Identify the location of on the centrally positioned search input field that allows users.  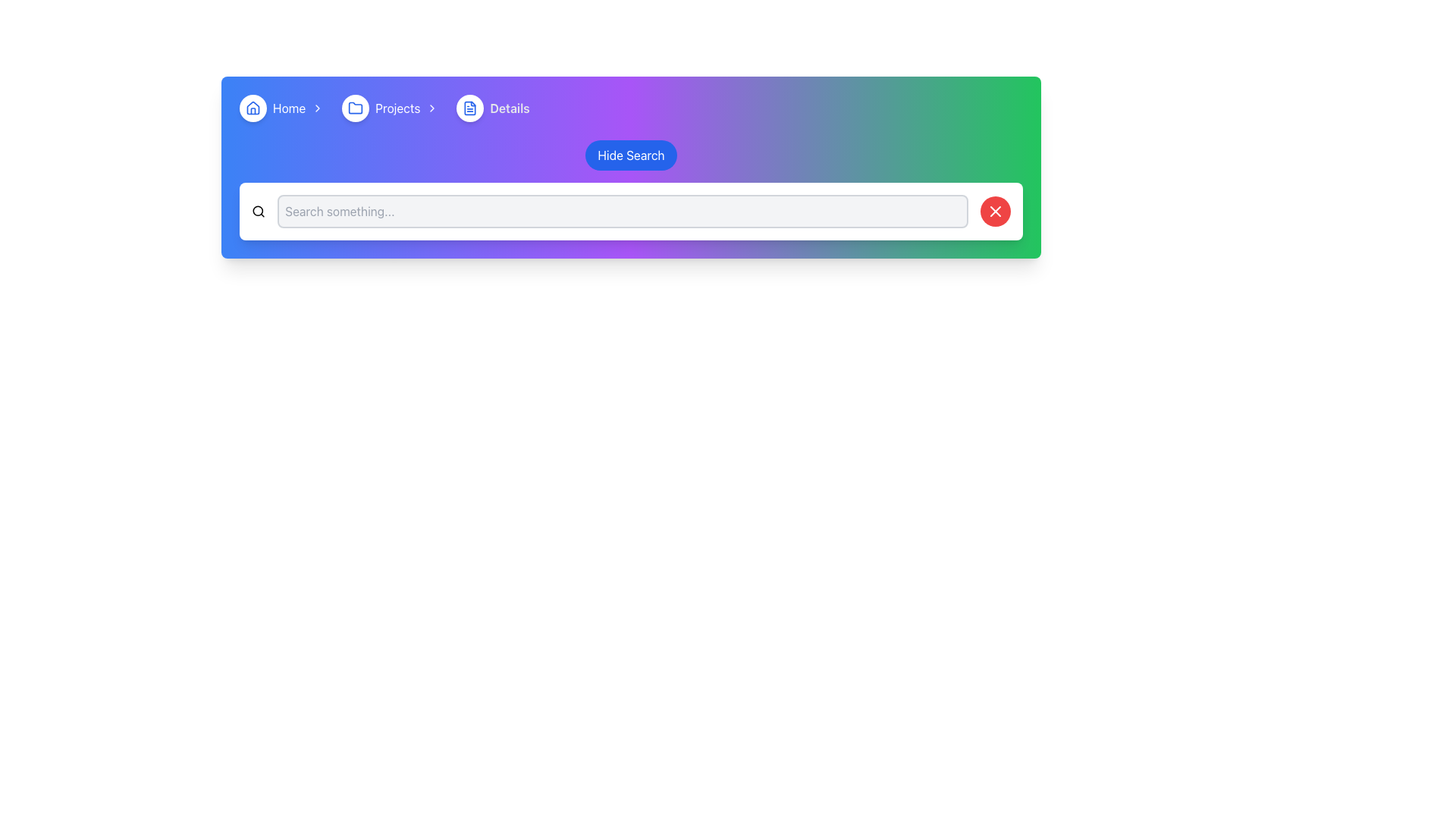
(623, 211).